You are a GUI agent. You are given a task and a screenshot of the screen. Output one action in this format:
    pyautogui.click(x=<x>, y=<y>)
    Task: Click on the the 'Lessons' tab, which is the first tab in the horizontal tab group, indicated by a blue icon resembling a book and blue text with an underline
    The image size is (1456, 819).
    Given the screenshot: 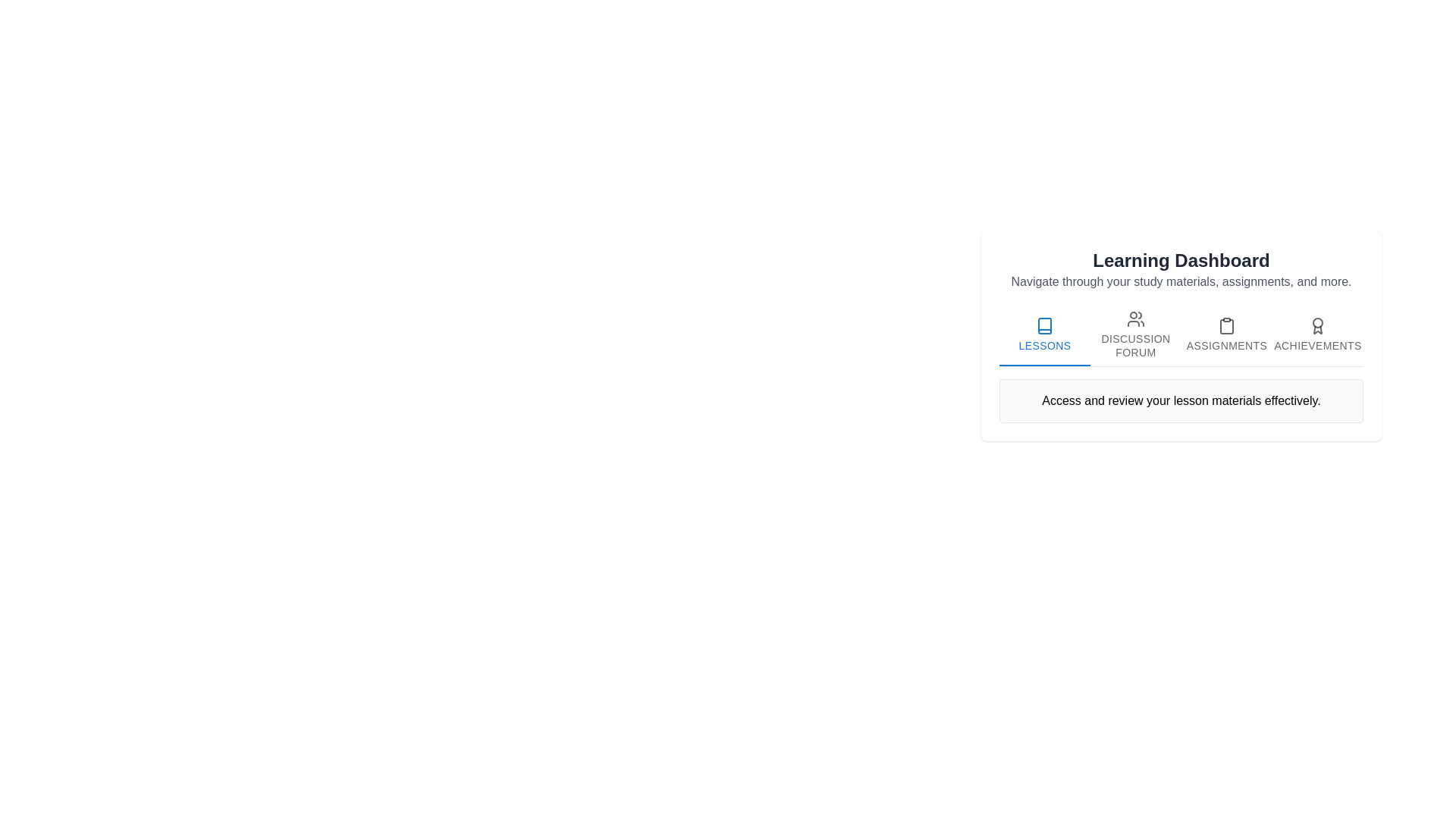 What is the action you would take?
    pyautogui.click(x=1043, y=333)
    